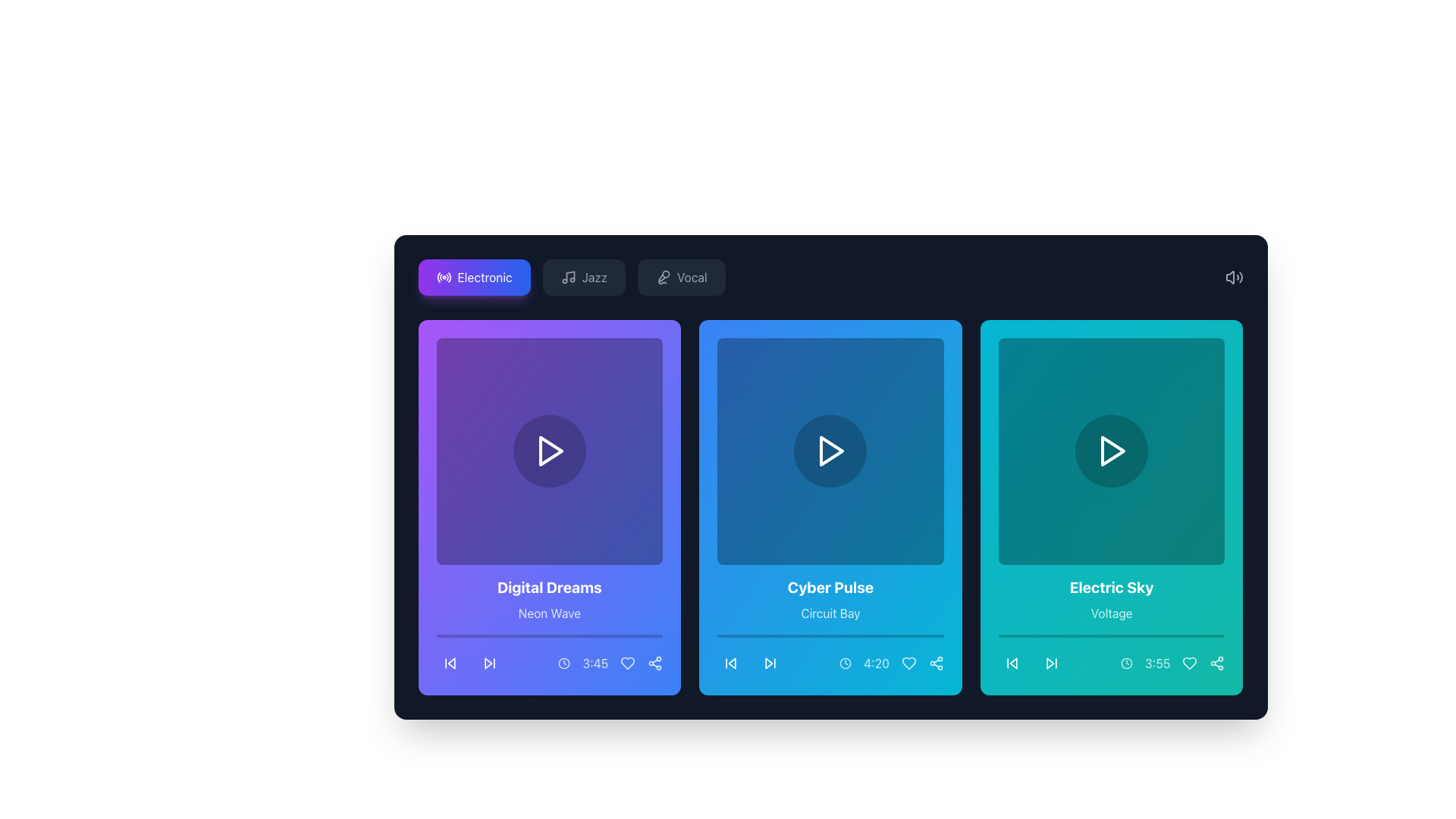 The image size is (1456, 819). What do you see at coordinates (1050, 662) in the screenshot?
I see `the skip-forward button icon with two chevrons on a turquoise background, located at the bottom-right of the 'Electric Sky' album card` at bounding box center [1050, 662].